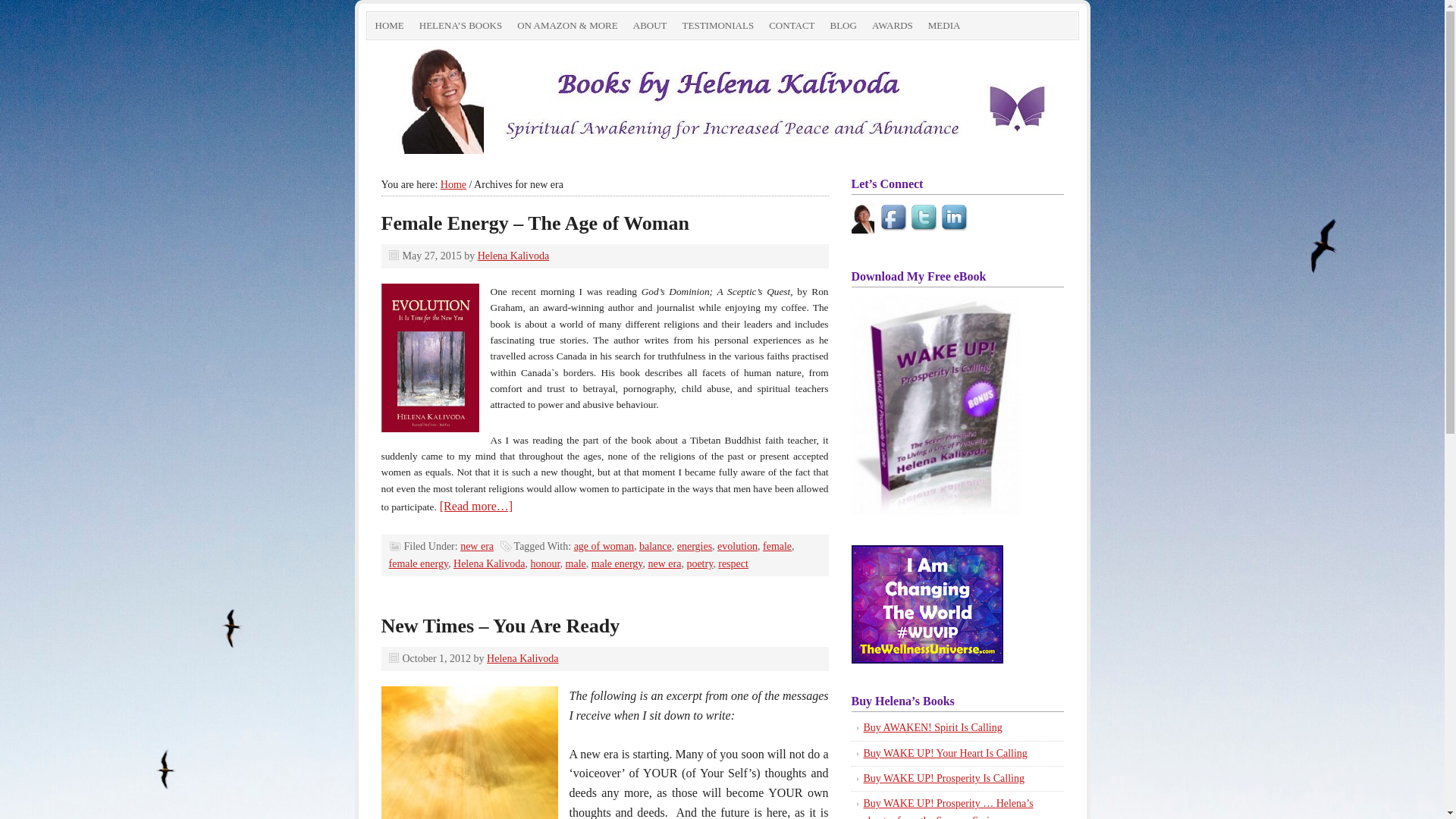 This screenshot has width=1456, height=819. I want to click on 'linkedin', so click(954, 218).